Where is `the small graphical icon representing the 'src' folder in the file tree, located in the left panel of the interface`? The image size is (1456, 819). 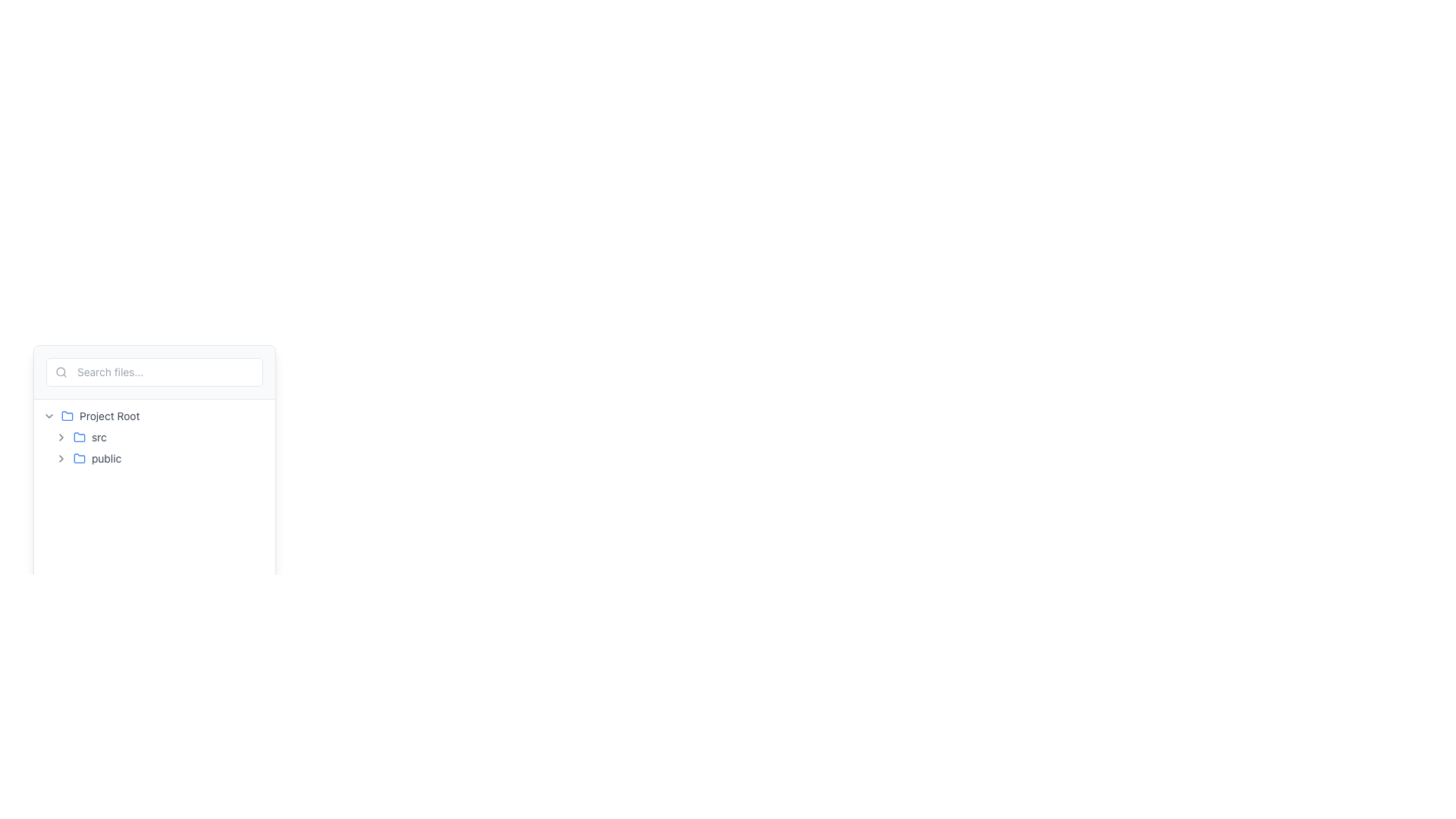 the small graphical icon representing the 'src' folder in the file tree, located in the left panel of the interface is located at coordinates (79, 436).